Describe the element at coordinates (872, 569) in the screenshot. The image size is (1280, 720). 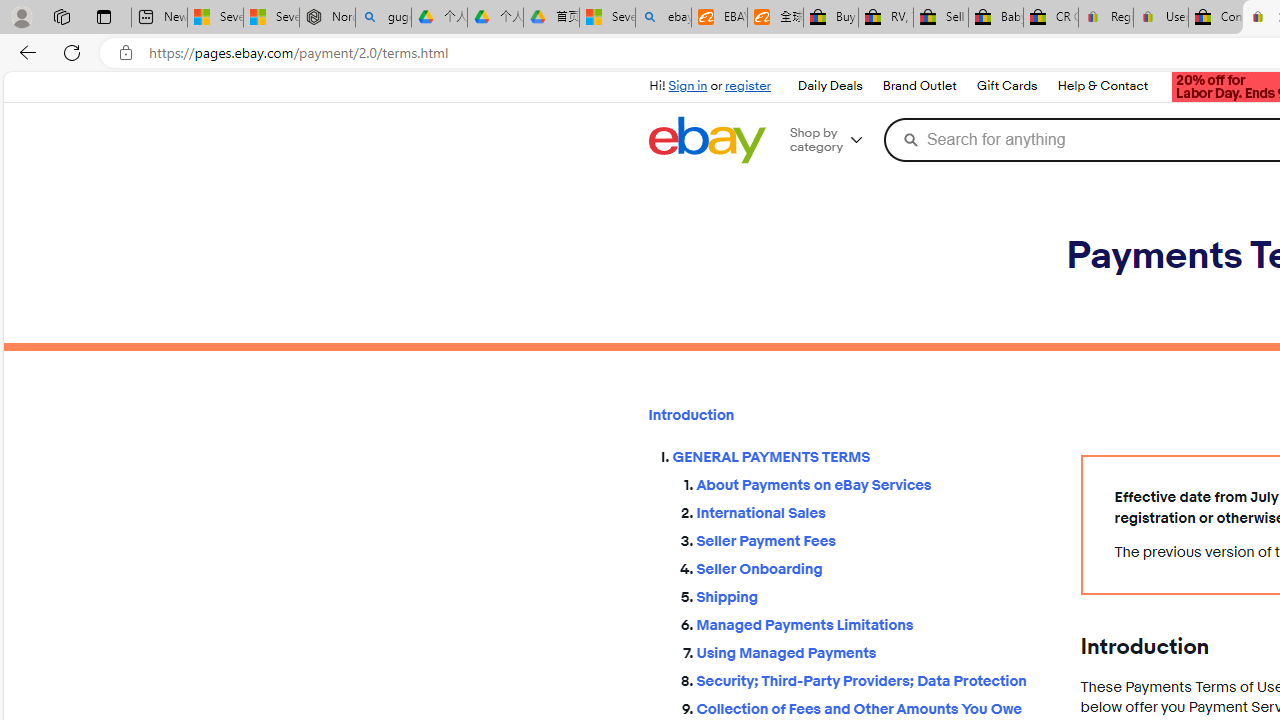
I see `'Seller Onboarding'` at that location.